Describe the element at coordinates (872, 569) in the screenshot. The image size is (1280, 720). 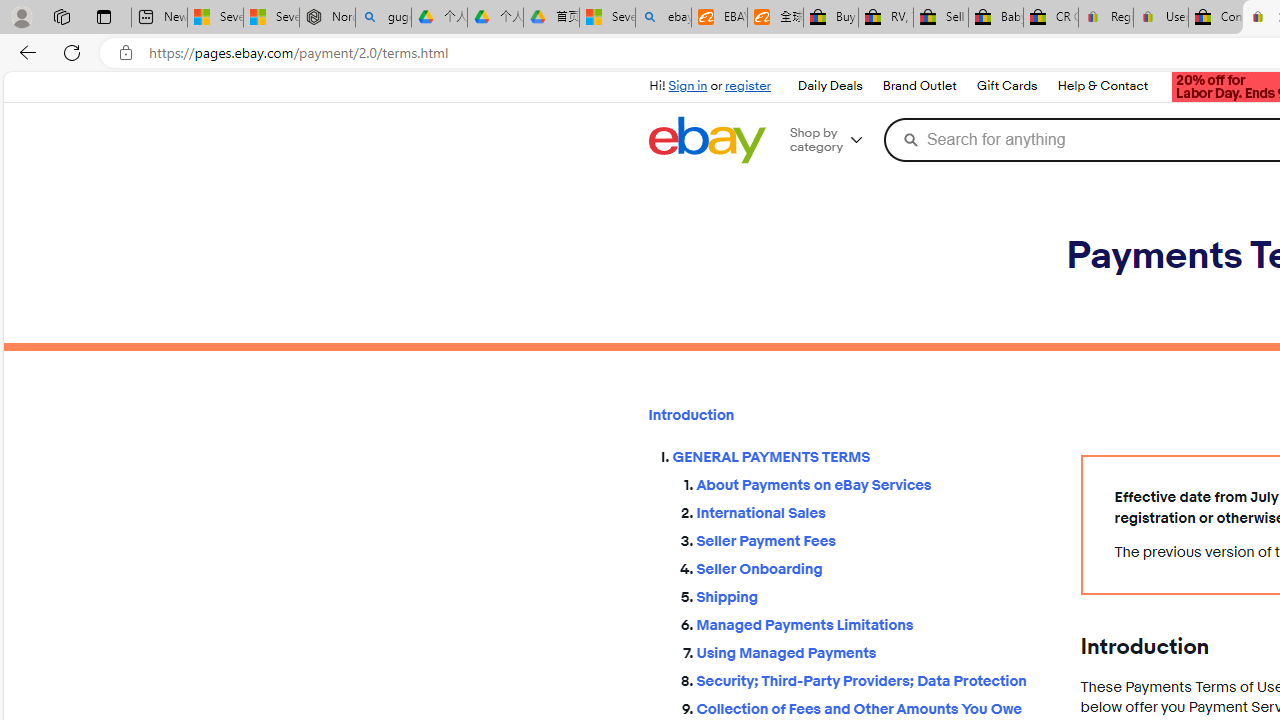
I see `'Seller Onboarding'` at that location.